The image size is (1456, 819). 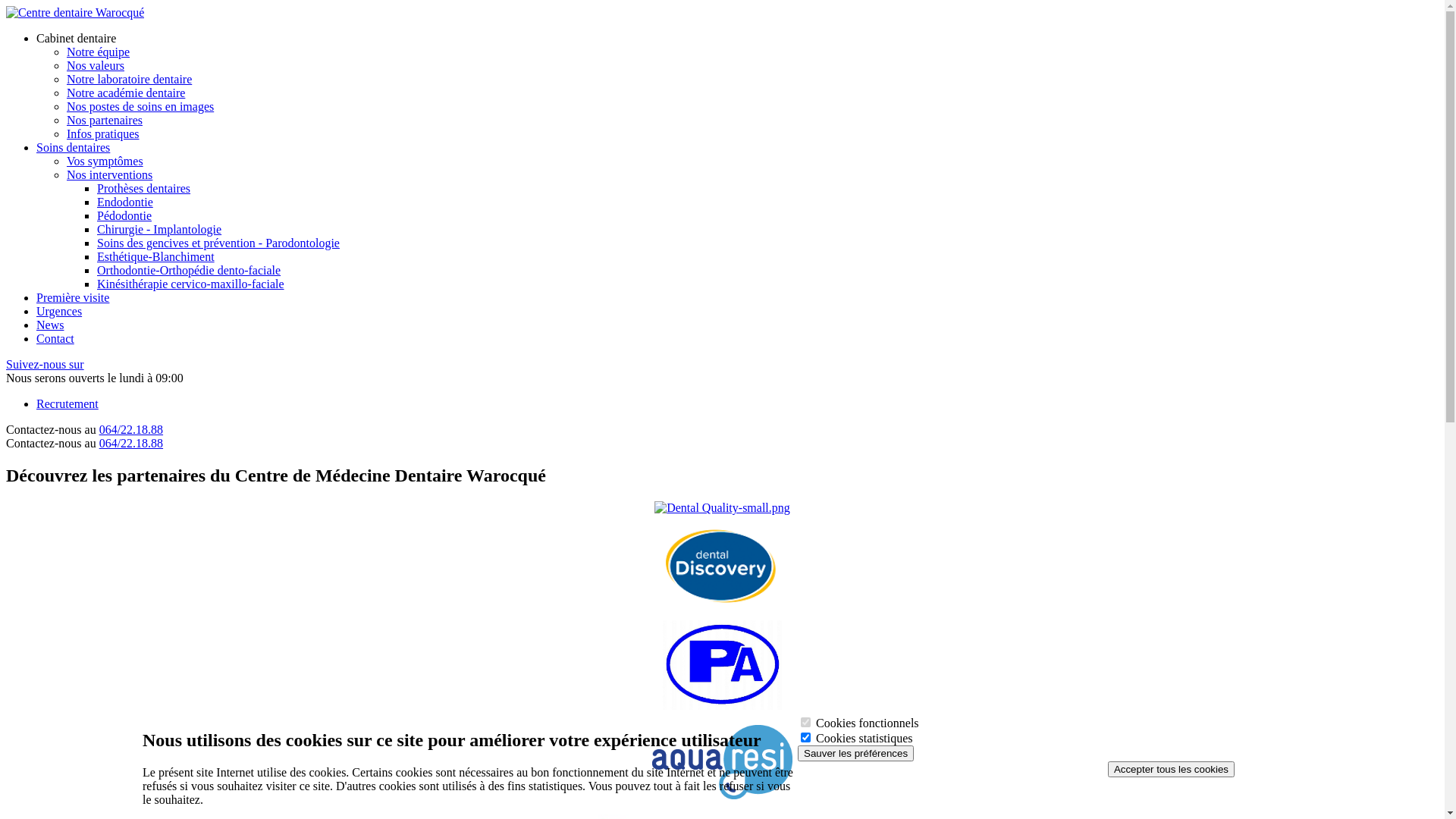 I want to click on 'Contact', so click(x=36, y=337).